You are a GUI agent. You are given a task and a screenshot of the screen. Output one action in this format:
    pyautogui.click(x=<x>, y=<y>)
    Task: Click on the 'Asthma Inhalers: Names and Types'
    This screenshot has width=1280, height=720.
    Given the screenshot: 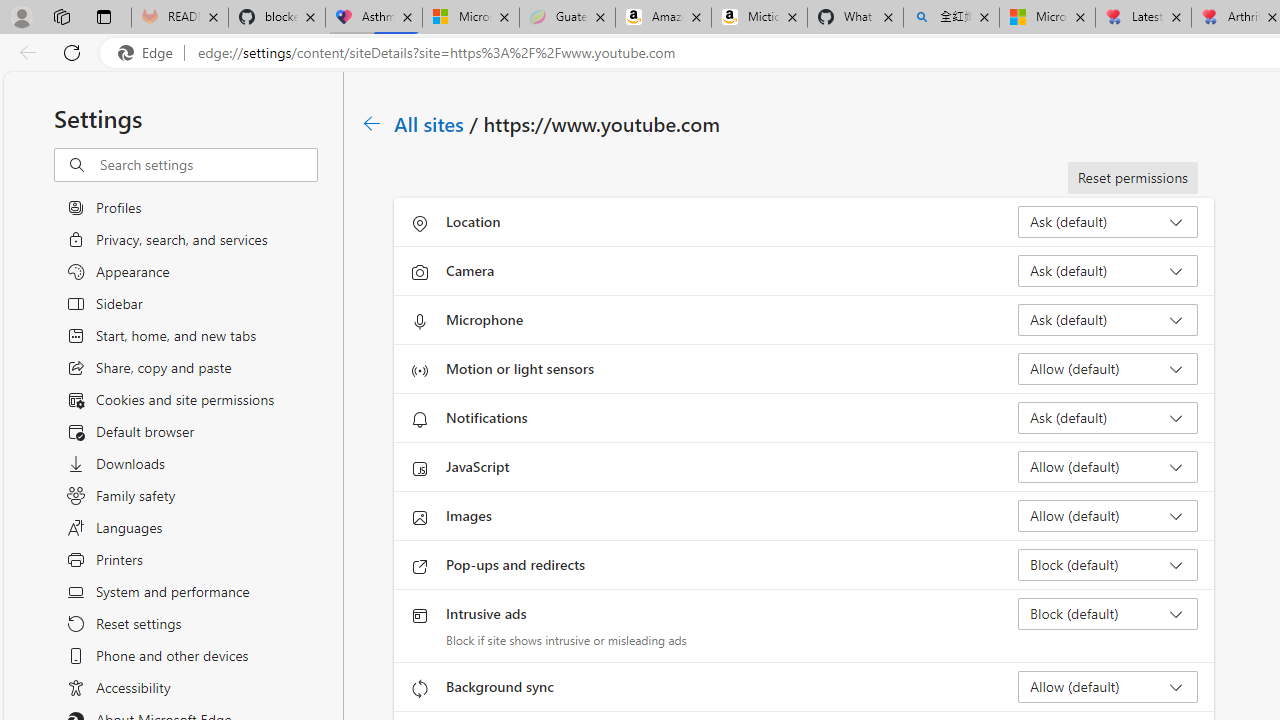 What is the action you would take?
    pyautogui.click(x=374, y=17)
    